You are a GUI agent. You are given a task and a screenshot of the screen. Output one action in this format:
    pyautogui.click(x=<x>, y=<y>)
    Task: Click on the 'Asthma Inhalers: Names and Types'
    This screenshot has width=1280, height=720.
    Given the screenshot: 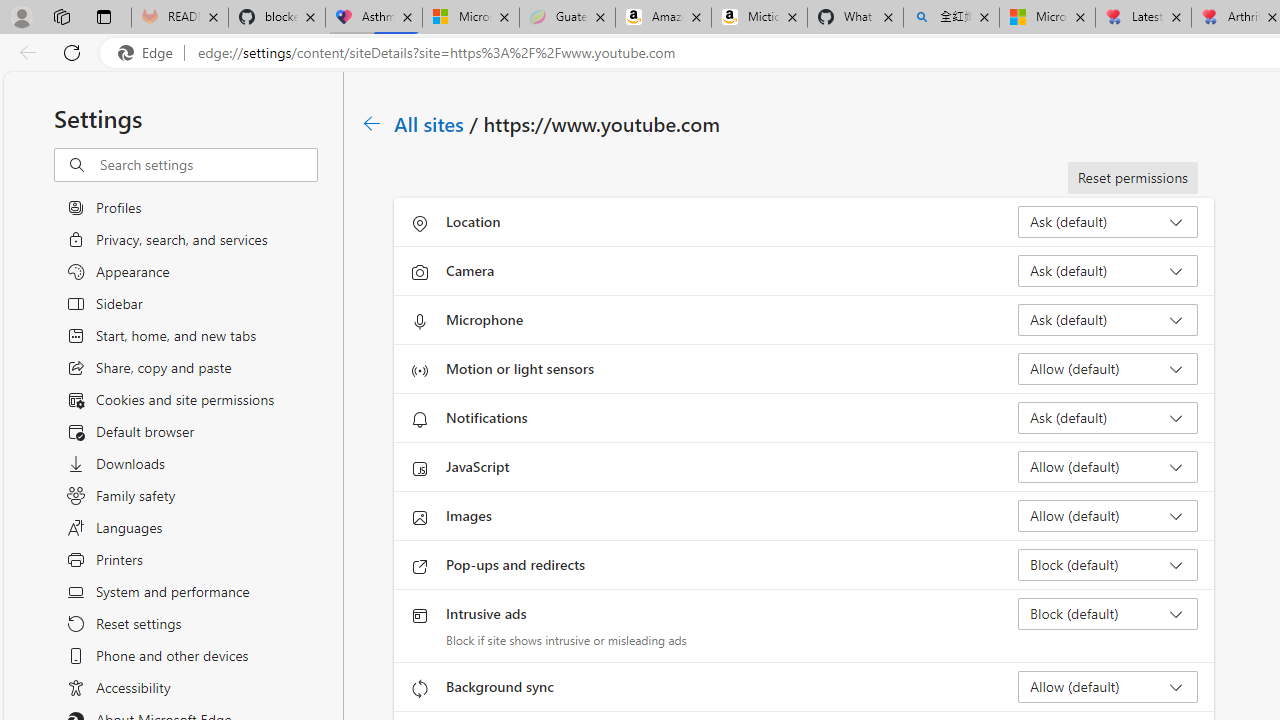 What is the action you would take?
    pyautogui.click(x=374, y=17)
    